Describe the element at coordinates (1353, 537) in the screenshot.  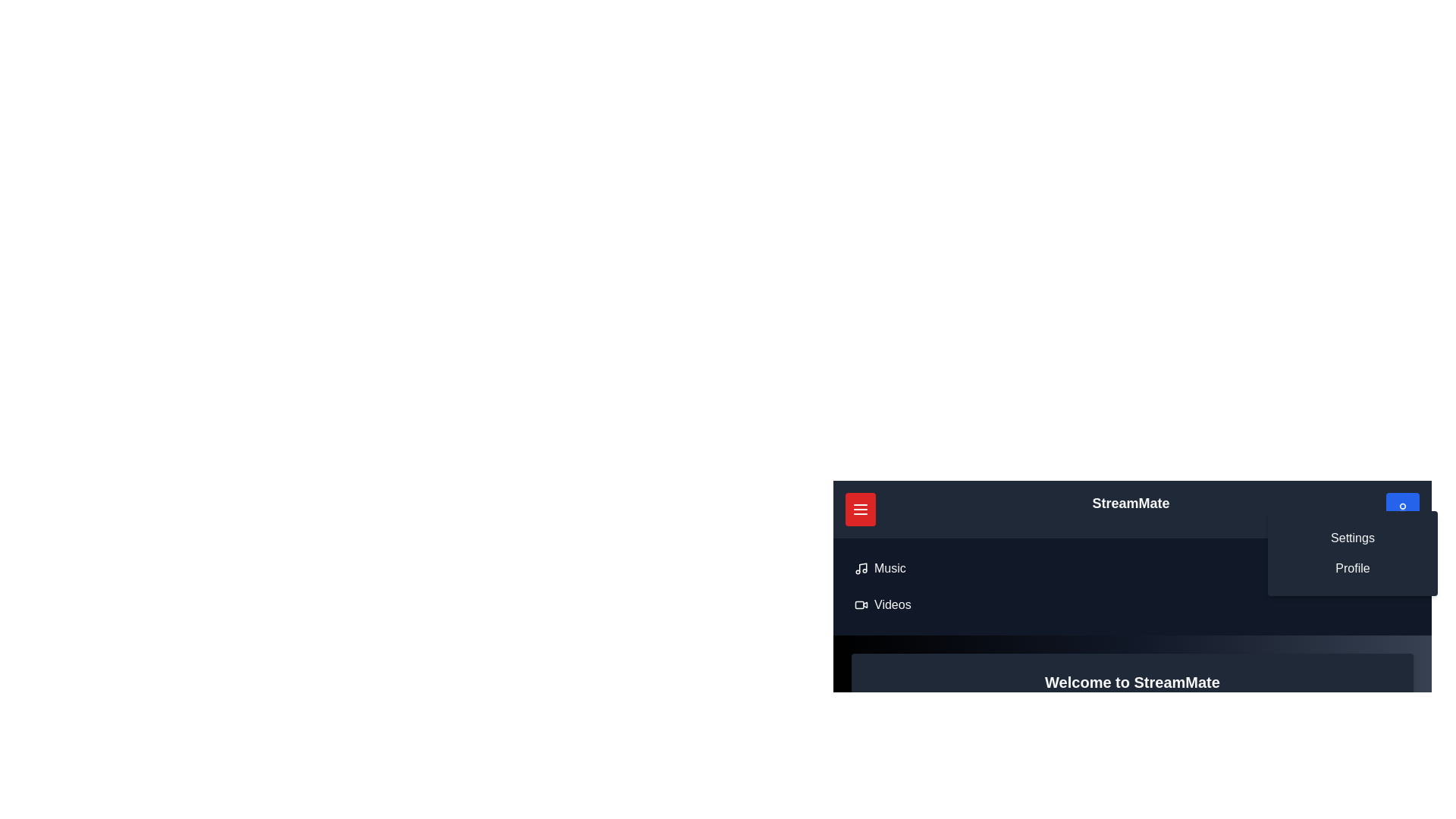
I see `the 'Settings' option in the profile menu` at that location.